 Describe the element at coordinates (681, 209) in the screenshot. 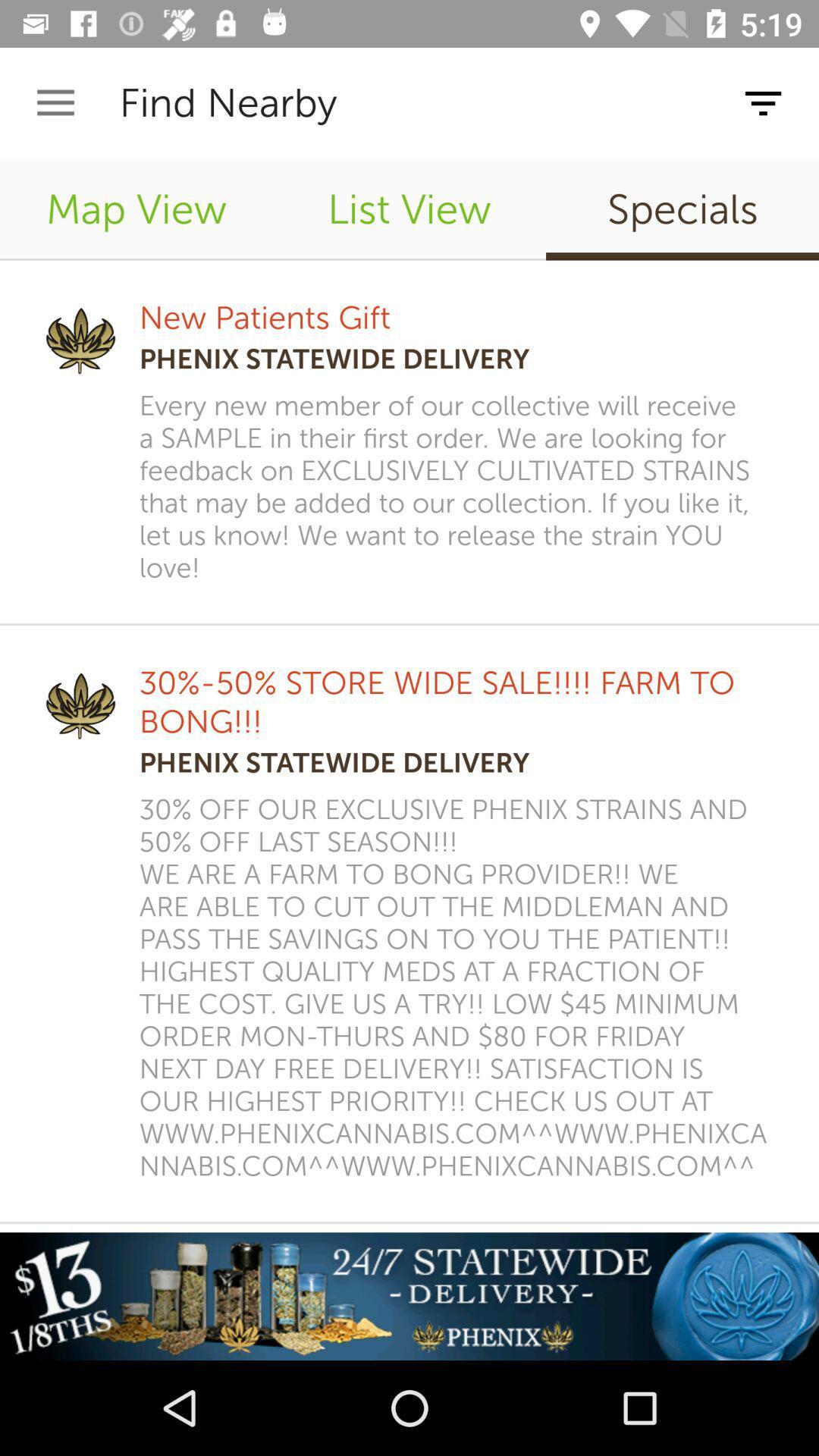

I see `icon above the every new member` at that location.